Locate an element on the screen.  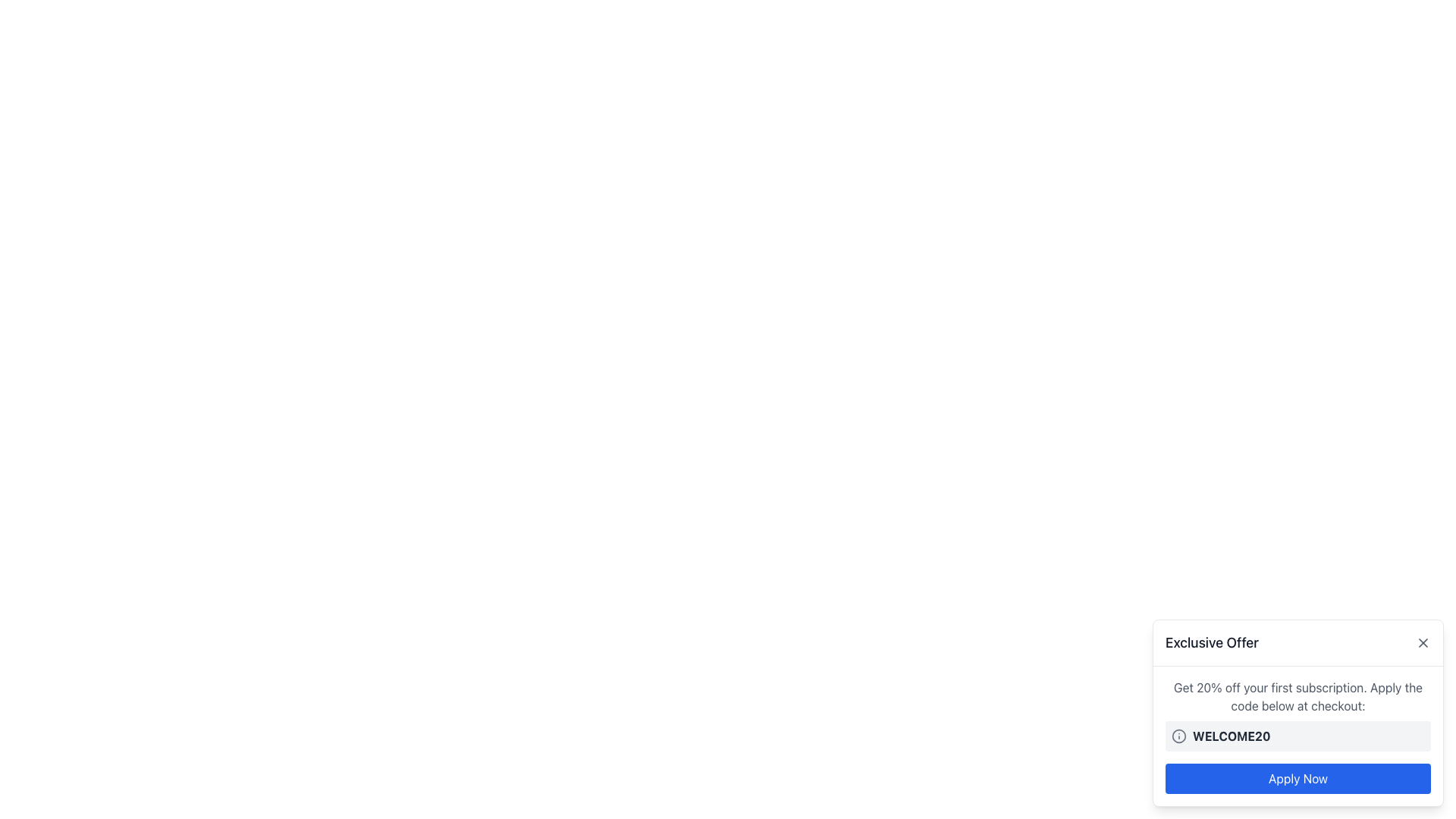
the promotional code application button located at the bottom of the offer panel to observe style changes is located at coordinates (1298, 778).